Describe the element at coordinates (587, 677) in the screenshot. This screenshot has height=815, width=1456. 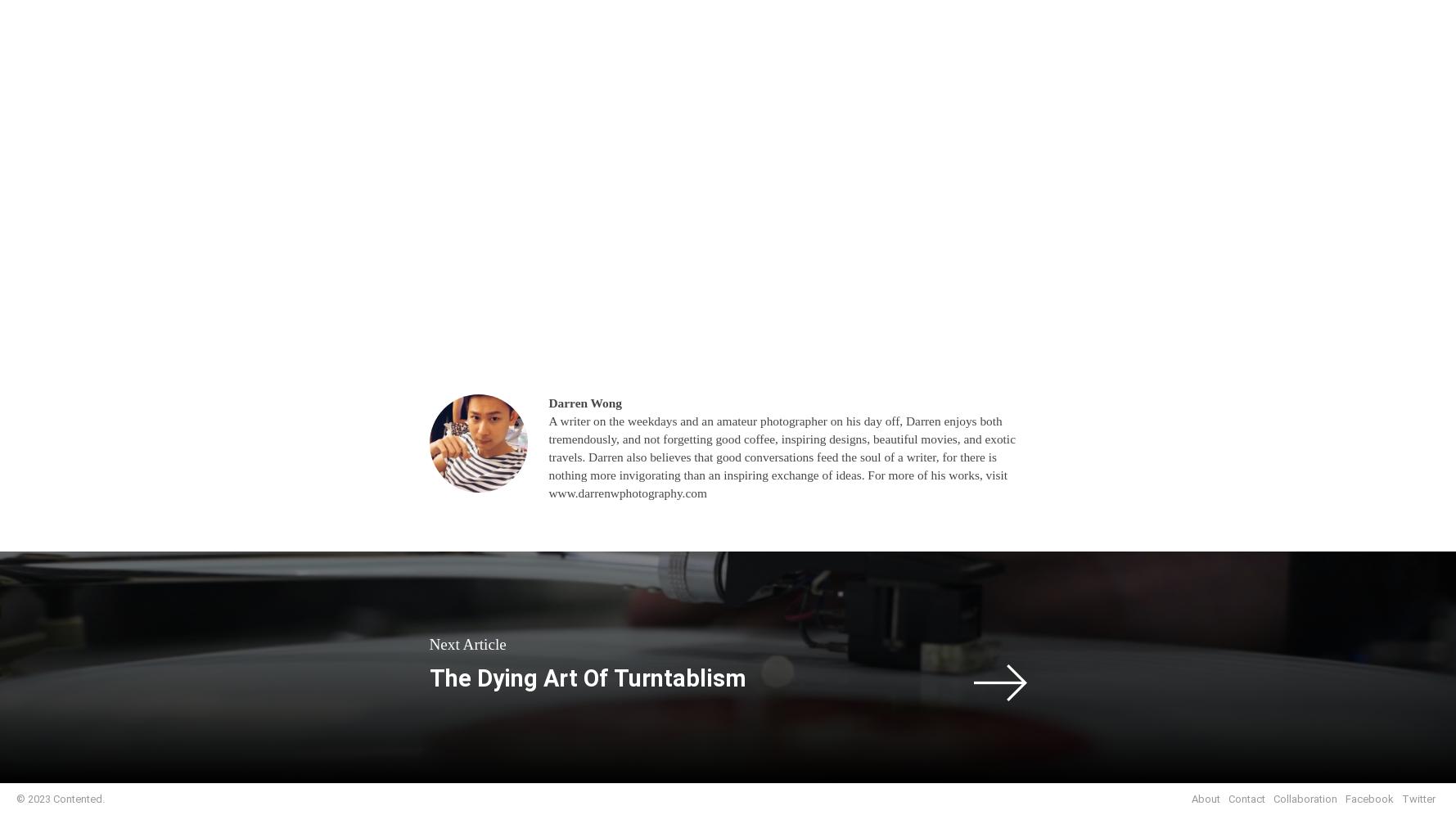
I see `'The Dying Art Of Turntablism'` at that location.